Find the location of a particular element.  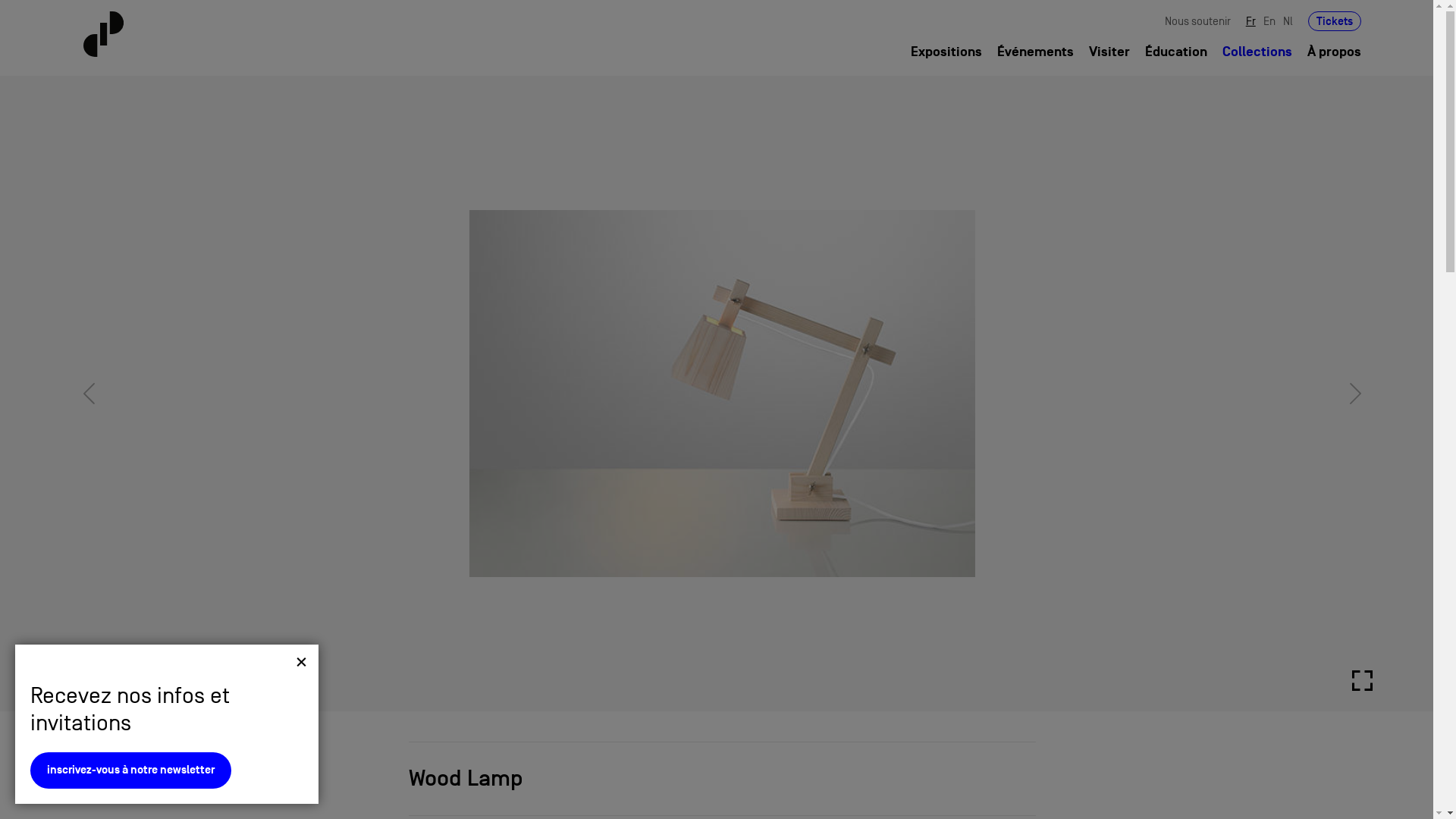

'Fr' is located at coordinates (1250, 20).